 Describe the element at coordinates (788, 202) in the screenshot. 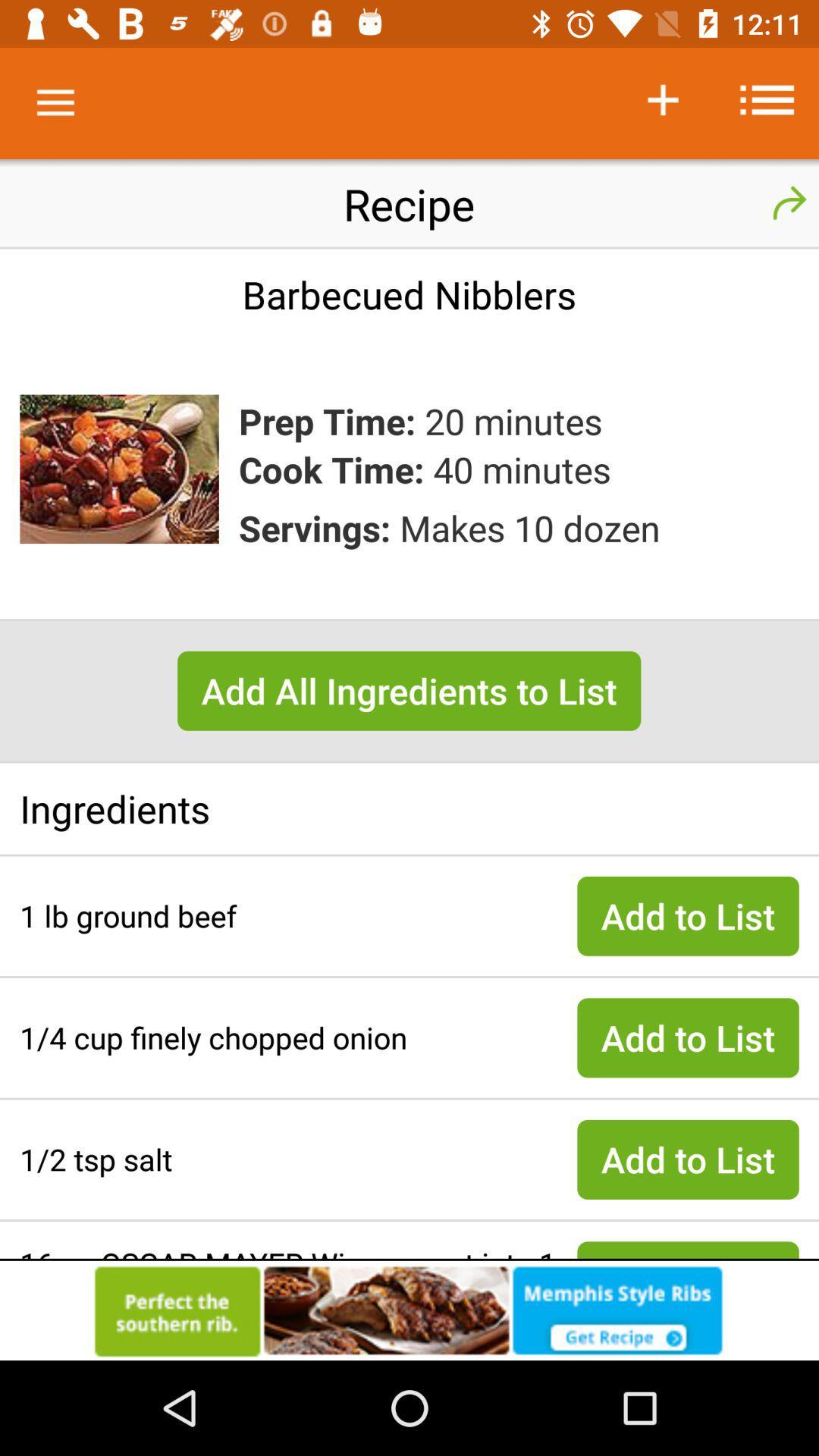

I see `the redo icon` at that location.